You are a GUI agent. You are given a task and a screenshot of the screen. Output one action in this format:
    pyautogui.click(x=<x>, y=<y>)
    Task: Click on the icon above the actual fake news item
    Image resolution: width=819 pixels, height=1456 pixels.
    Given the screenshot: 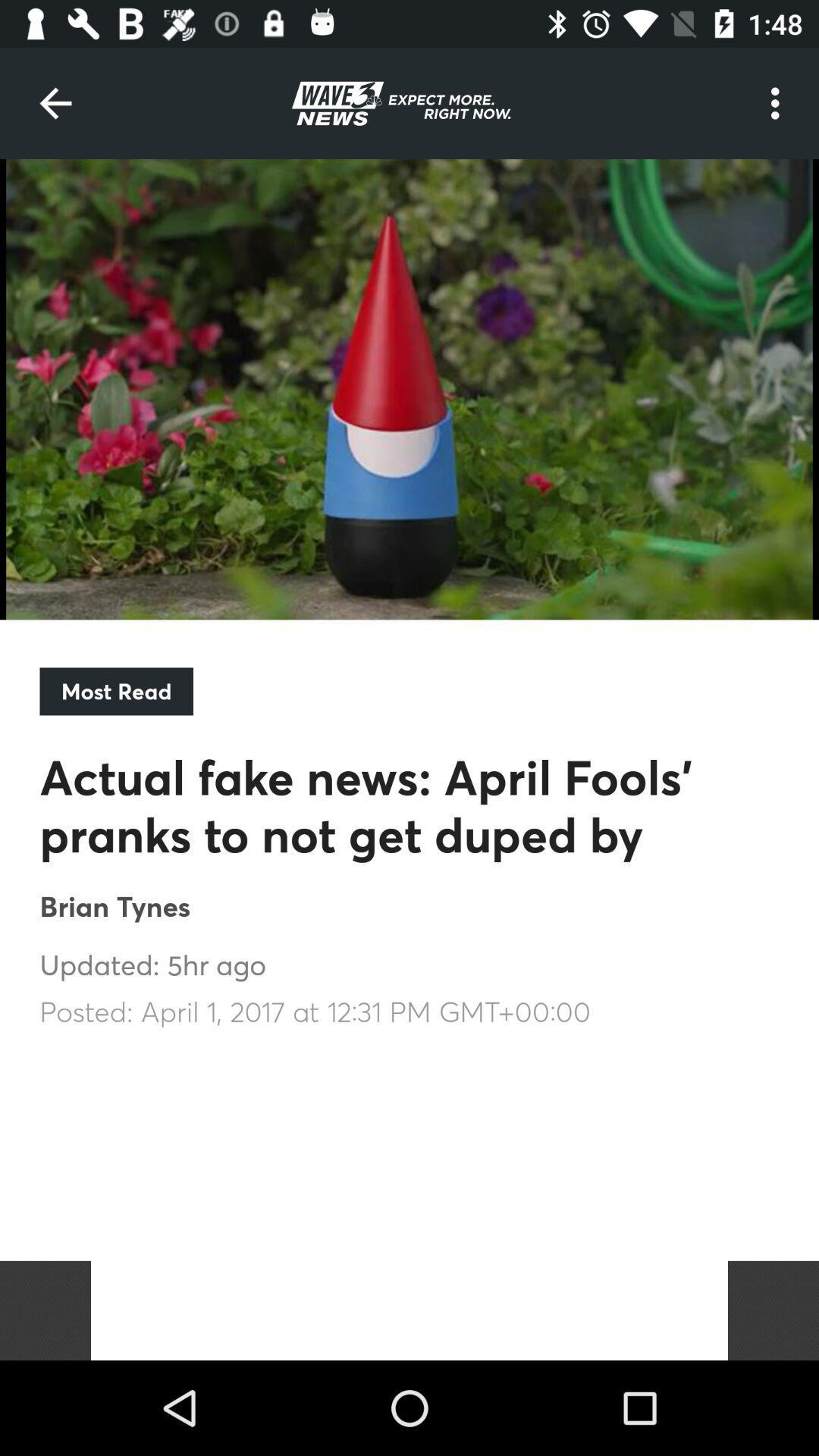 What is the action you would take?
    pyautogui.click(x=115, y=691)
    